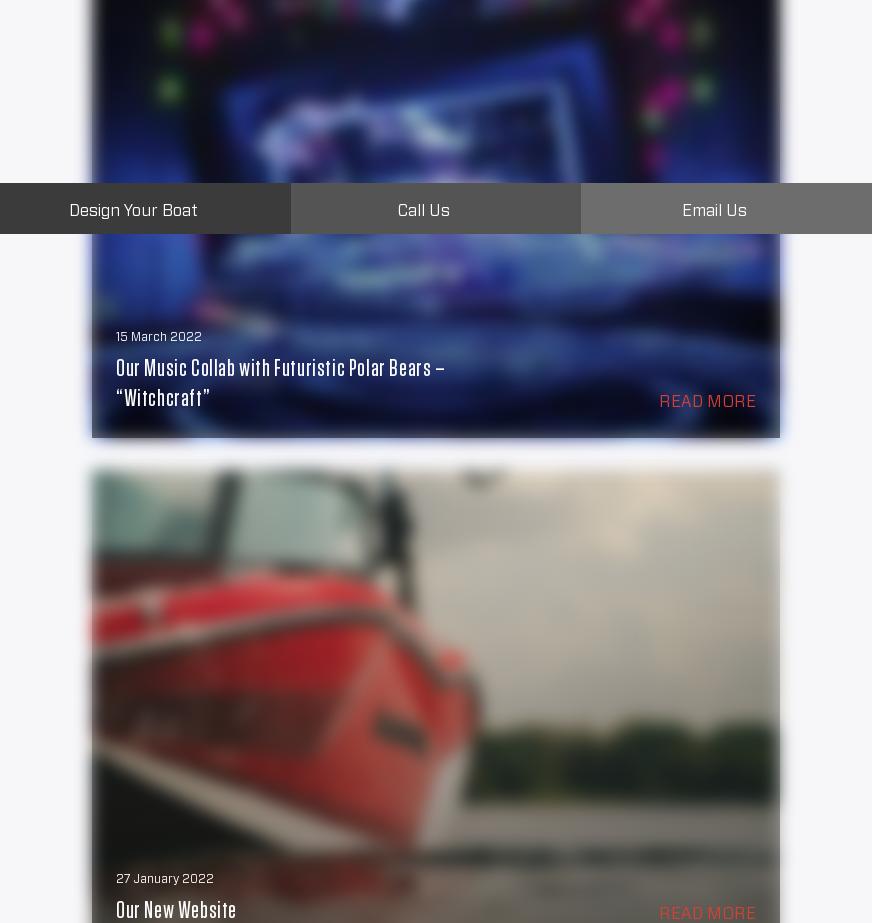 The image size is (872, 923). I want to click on 'Our Music Collab with Futuristic Polar Bears – “Witchcraft”', so click(279, 383).